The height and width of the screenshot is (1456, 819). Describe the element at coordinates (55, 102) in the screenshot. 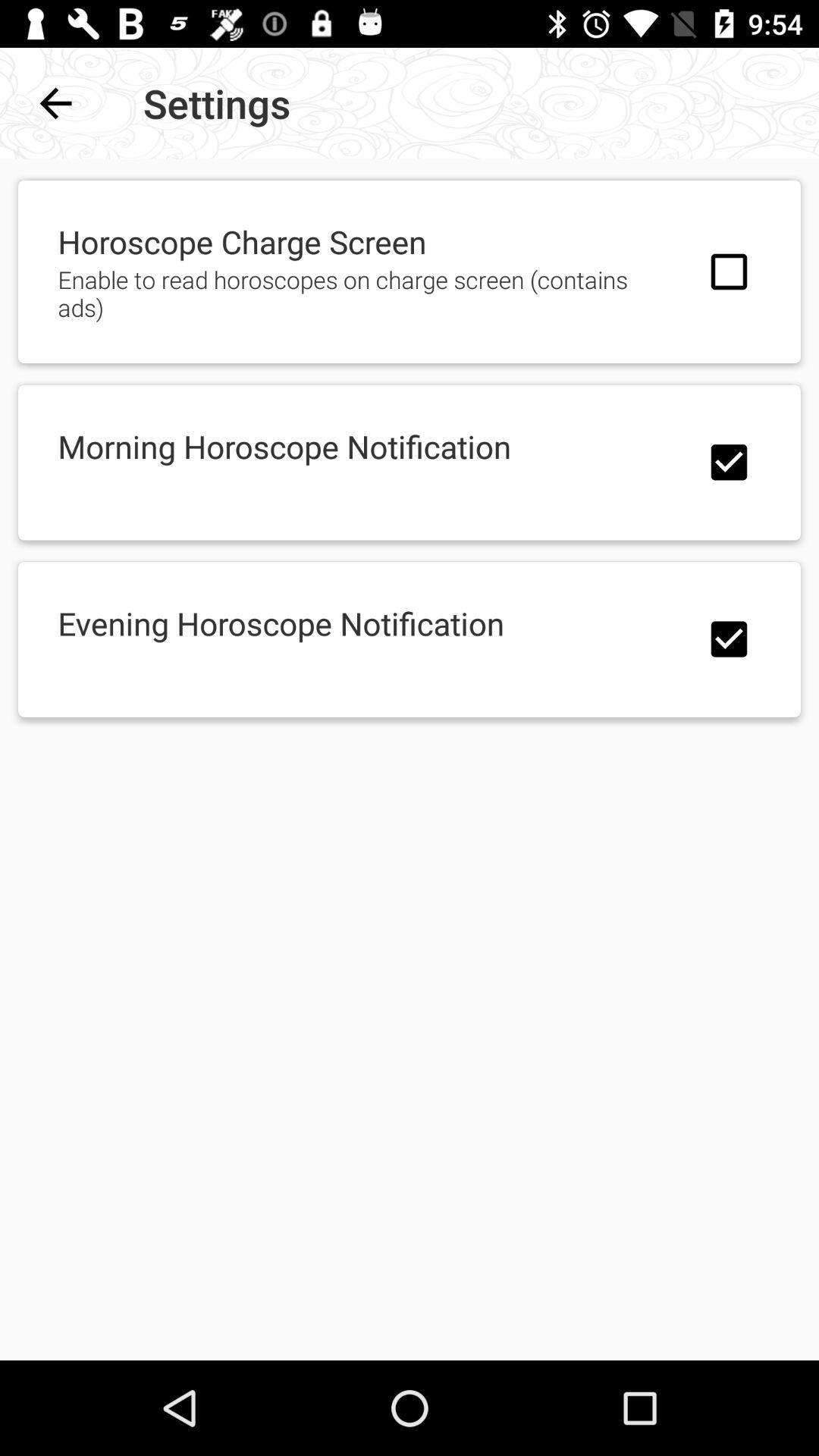

I see `the item to the left of settings item` at that location.